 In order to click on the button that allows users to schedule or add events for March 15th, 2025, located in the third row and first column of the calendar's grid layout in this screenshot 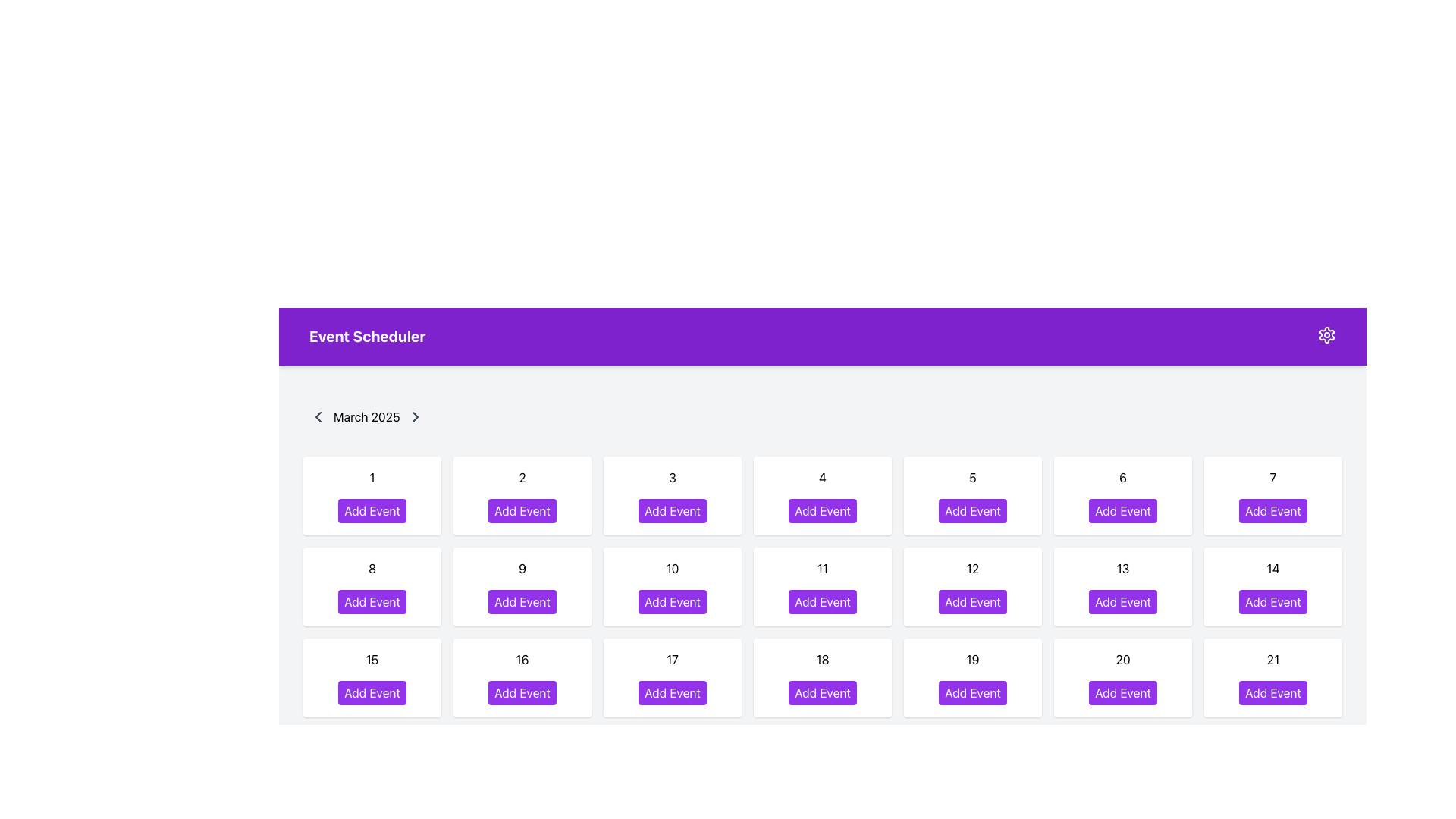, I will do `click(372, 693)`.